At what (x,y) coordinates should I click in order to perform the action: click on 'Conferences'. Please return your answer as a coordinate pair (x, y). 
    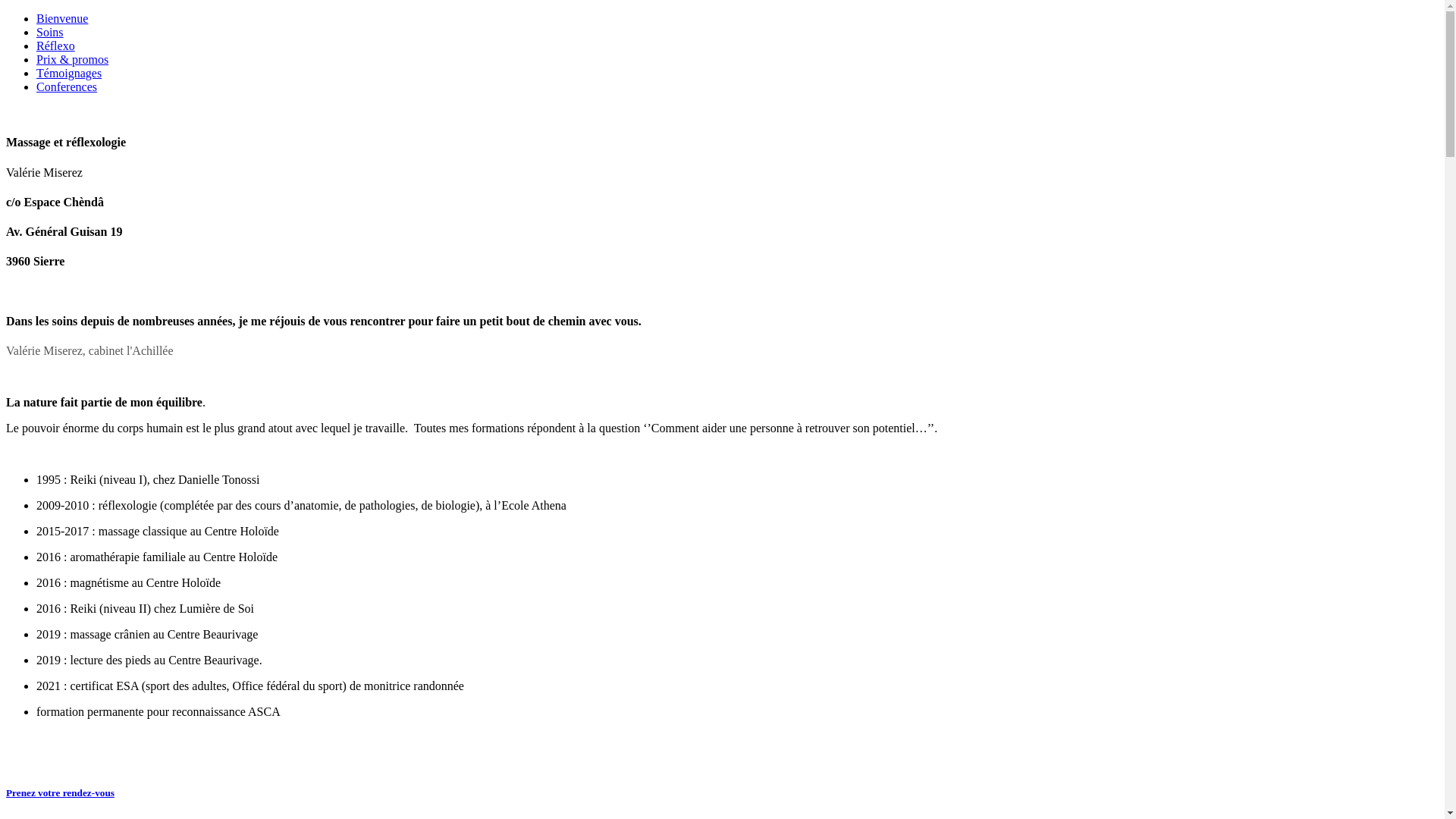
    Looking at the image, I should click on (65, 86).